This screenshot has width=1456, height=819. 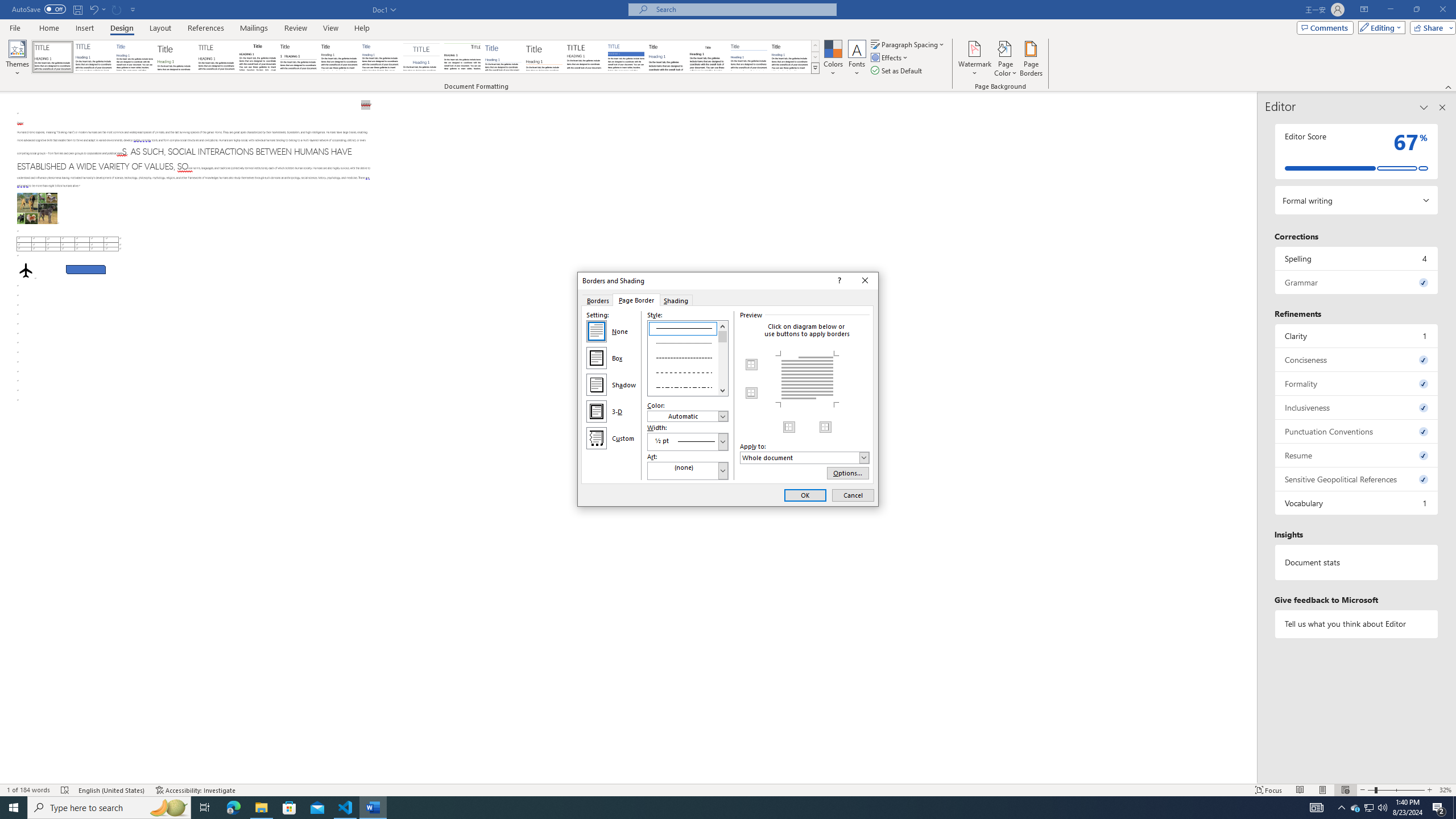 I want to click on 'User Promoted Notification Area', so click(x=1368, y=806).